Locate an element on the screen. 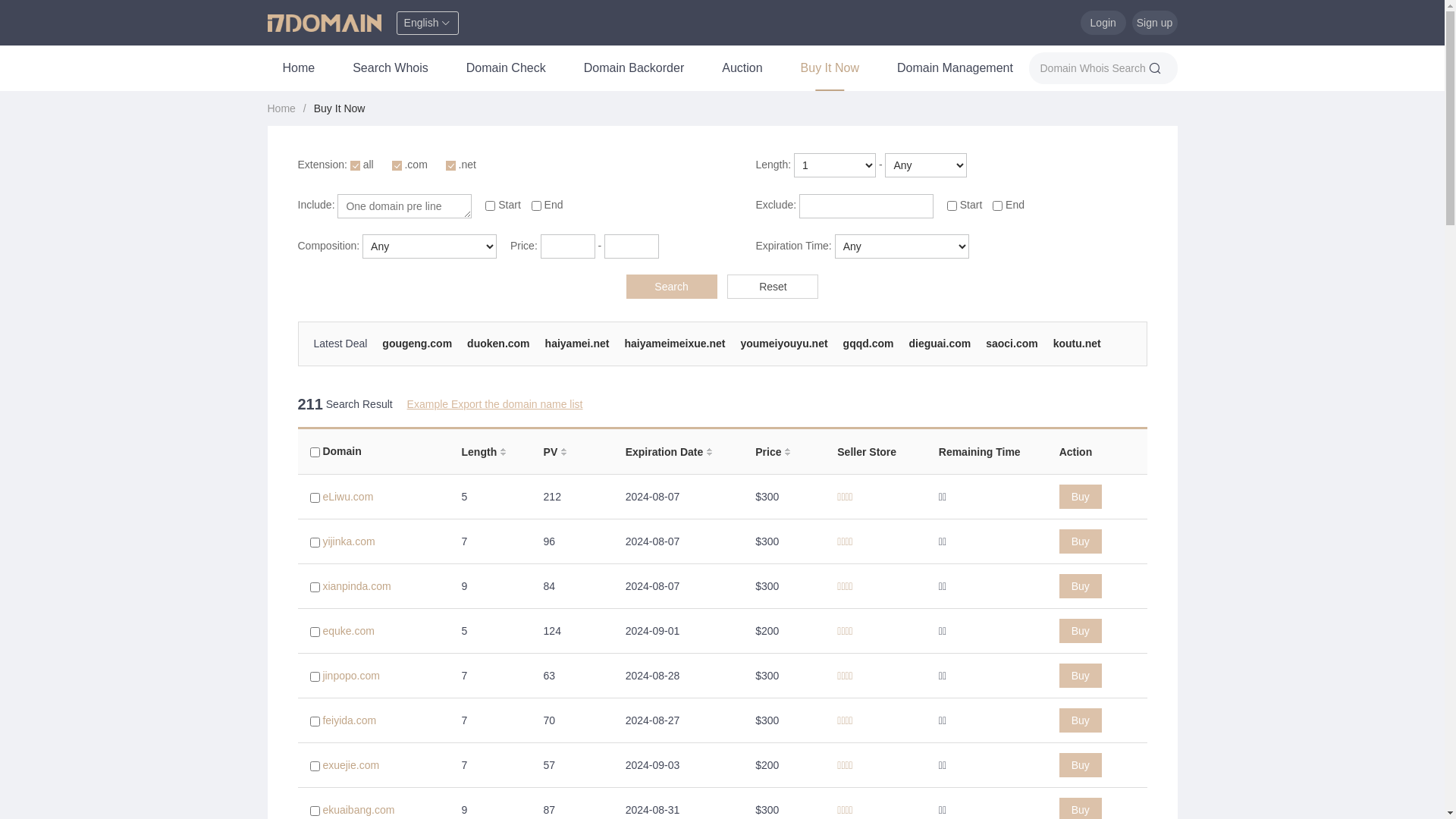  'Search Whois' is located at coordinates (390, 67).